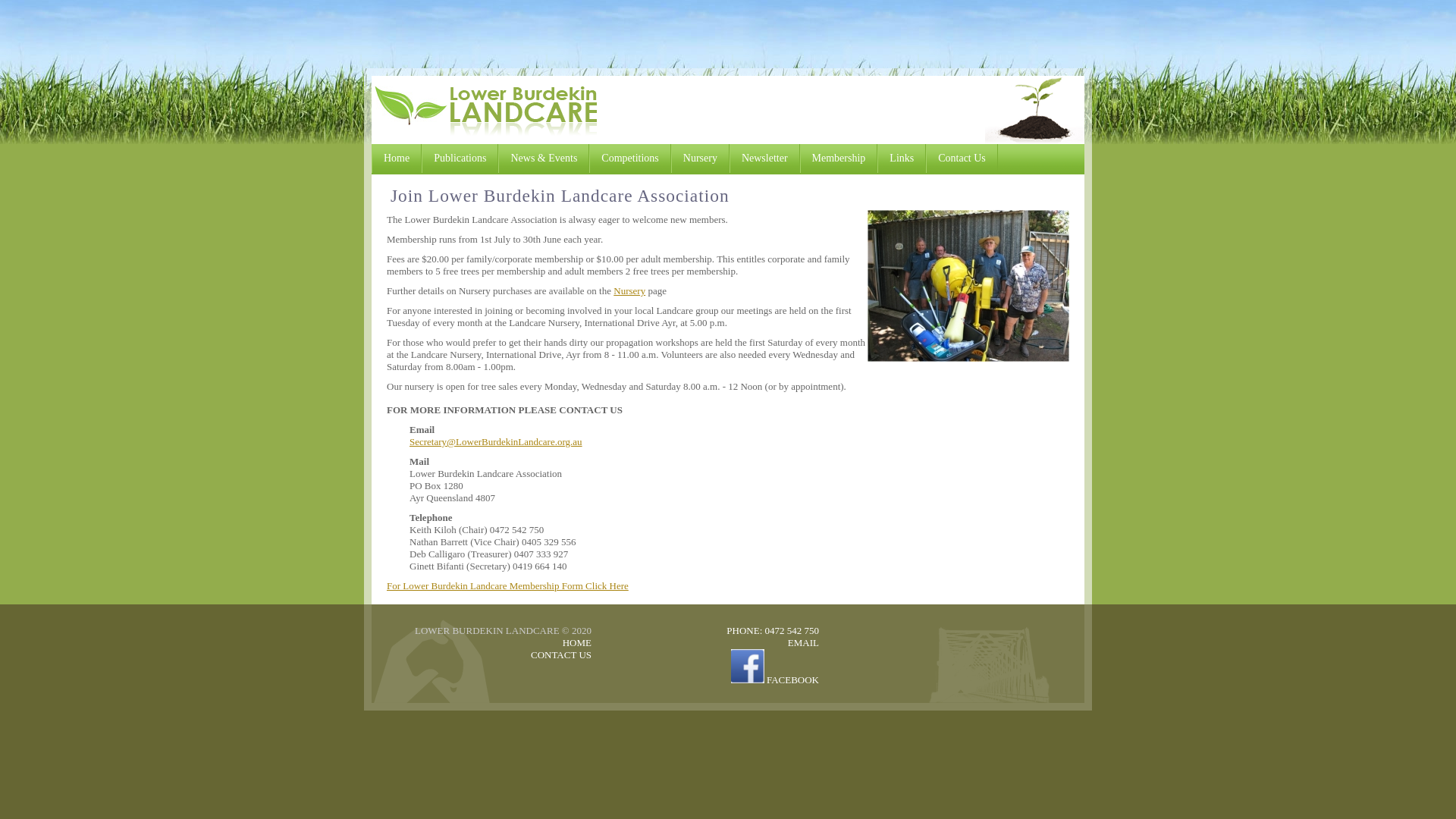 The image size is (1456, 819). What do you see at coordinates (699, 158) in the screenshot?
I see `'Nursery'` at bounding box center [699, 158].